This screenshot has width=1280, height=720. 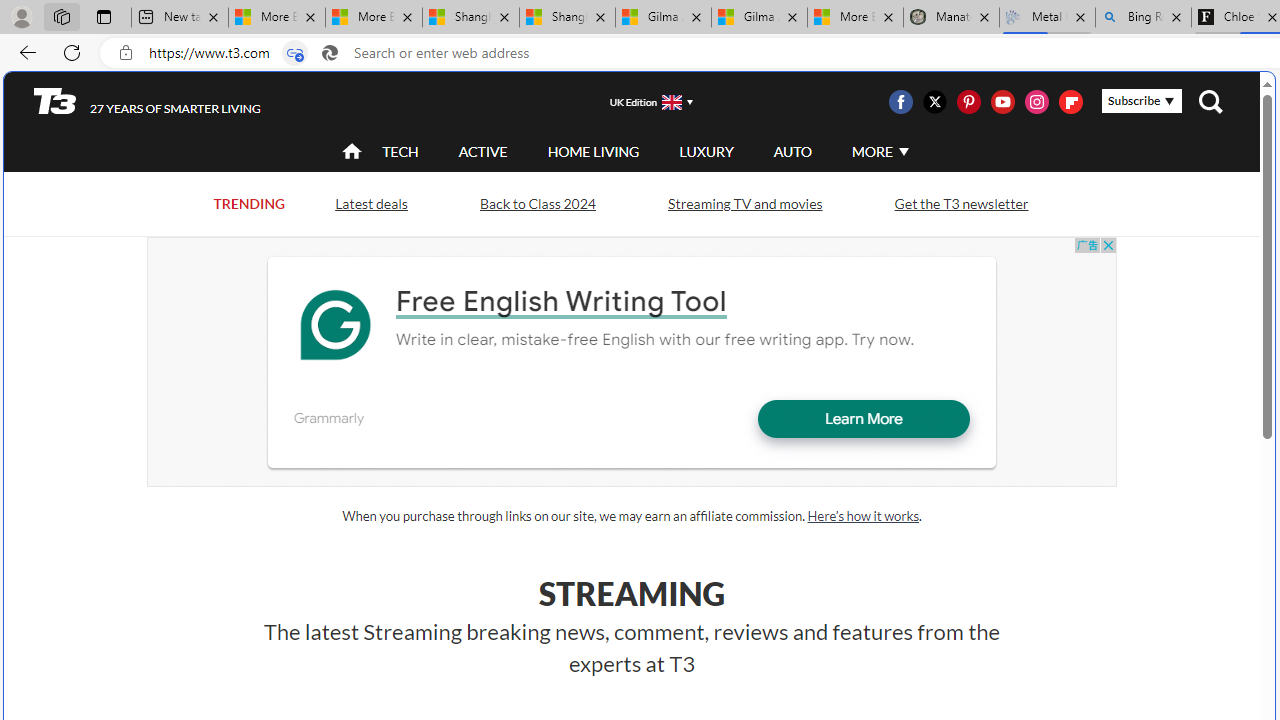 What do you see at coordinates (950, 17) in the screenshot?
I see `'Manatee Mortality Statistics | FWC'` at bounding box center [950, 17].